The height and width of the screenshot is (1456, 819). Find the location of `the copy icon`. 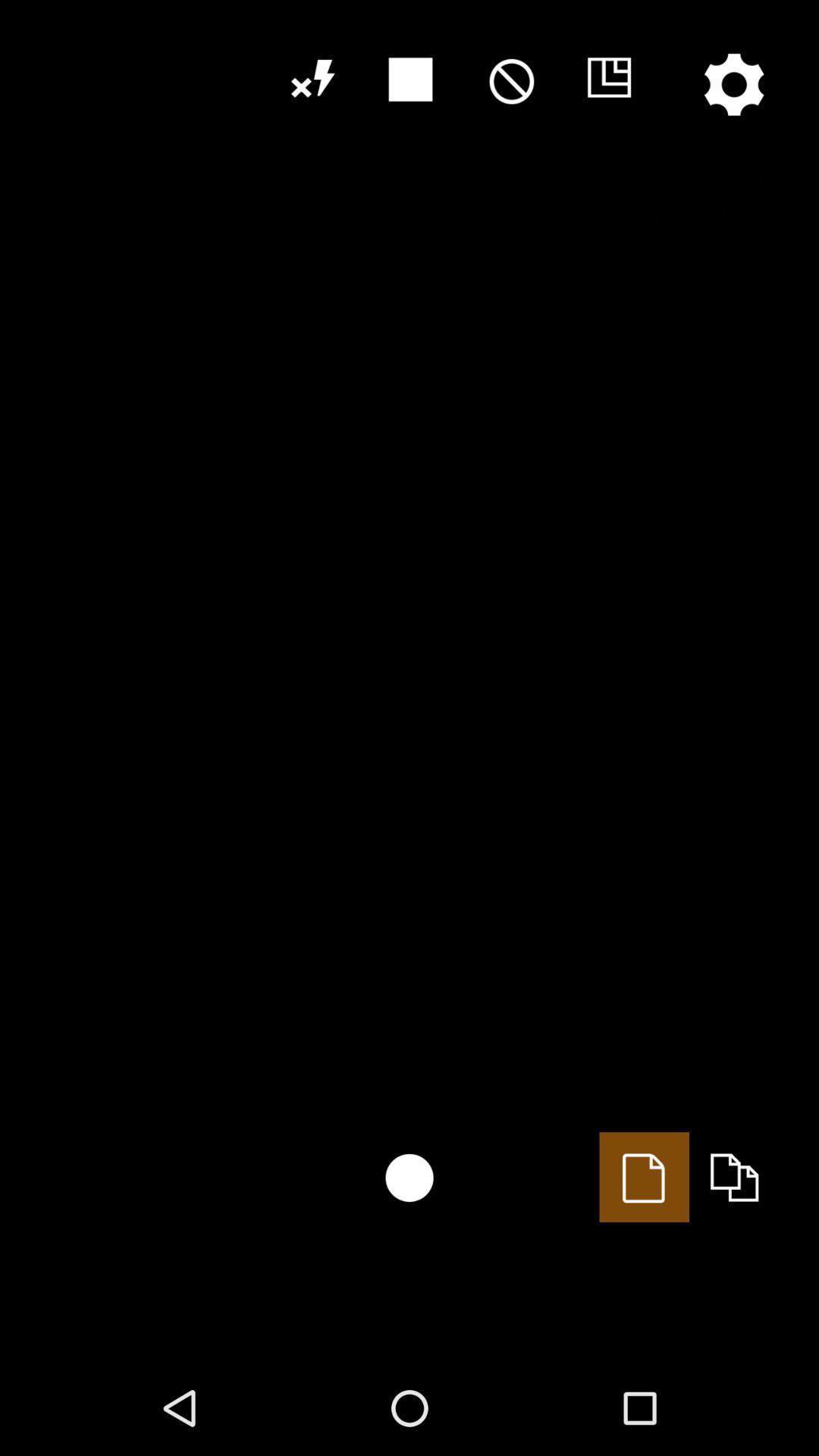

the copy icon is located at coordinates (644, 1176).